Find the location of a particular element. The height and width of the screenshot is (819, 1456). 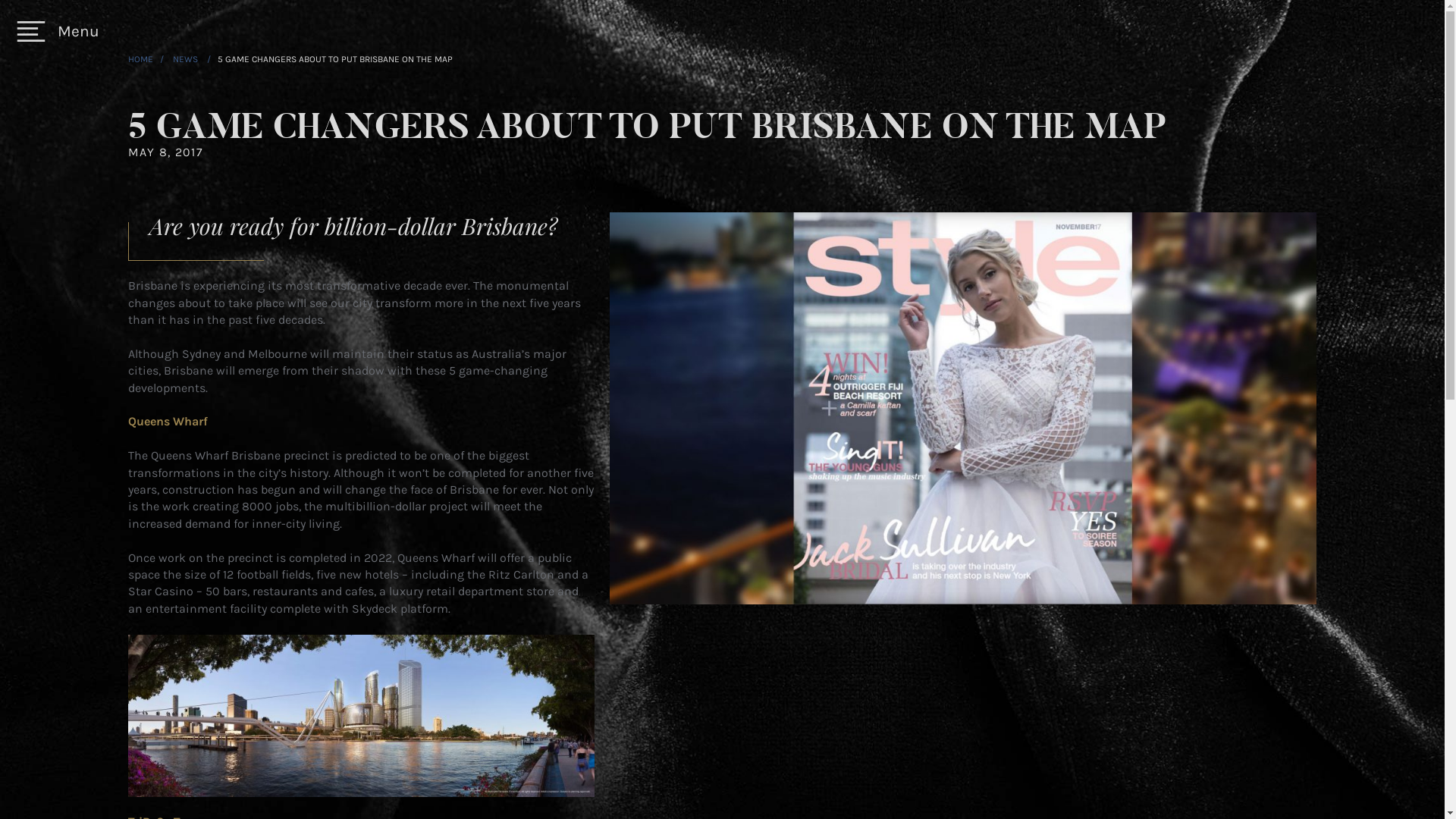

'NEWS' is located at coordinates (172, 58).